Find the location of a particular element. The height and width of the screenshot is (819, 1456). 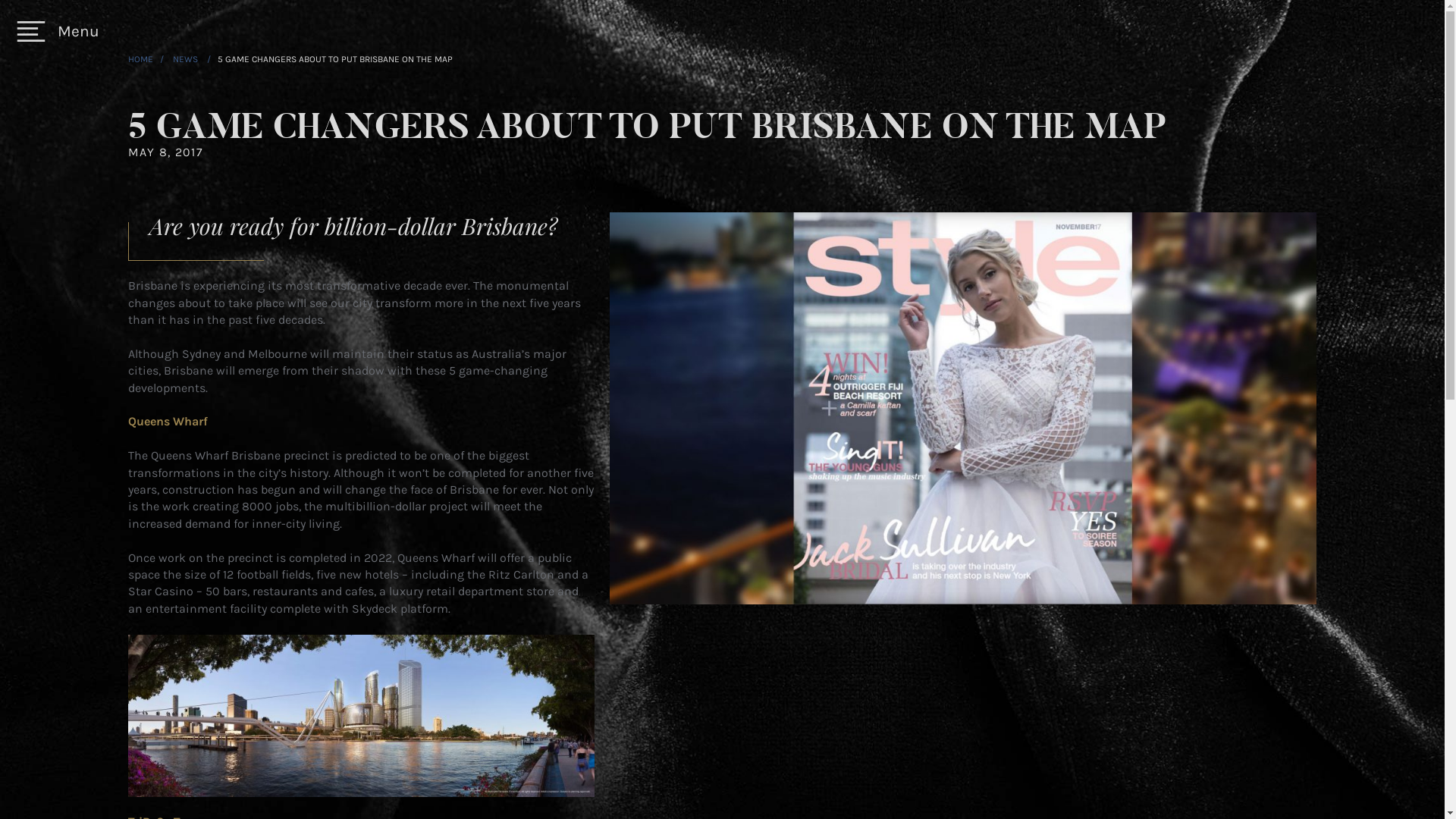

'NEWS' is located at coordinates (172, 58).